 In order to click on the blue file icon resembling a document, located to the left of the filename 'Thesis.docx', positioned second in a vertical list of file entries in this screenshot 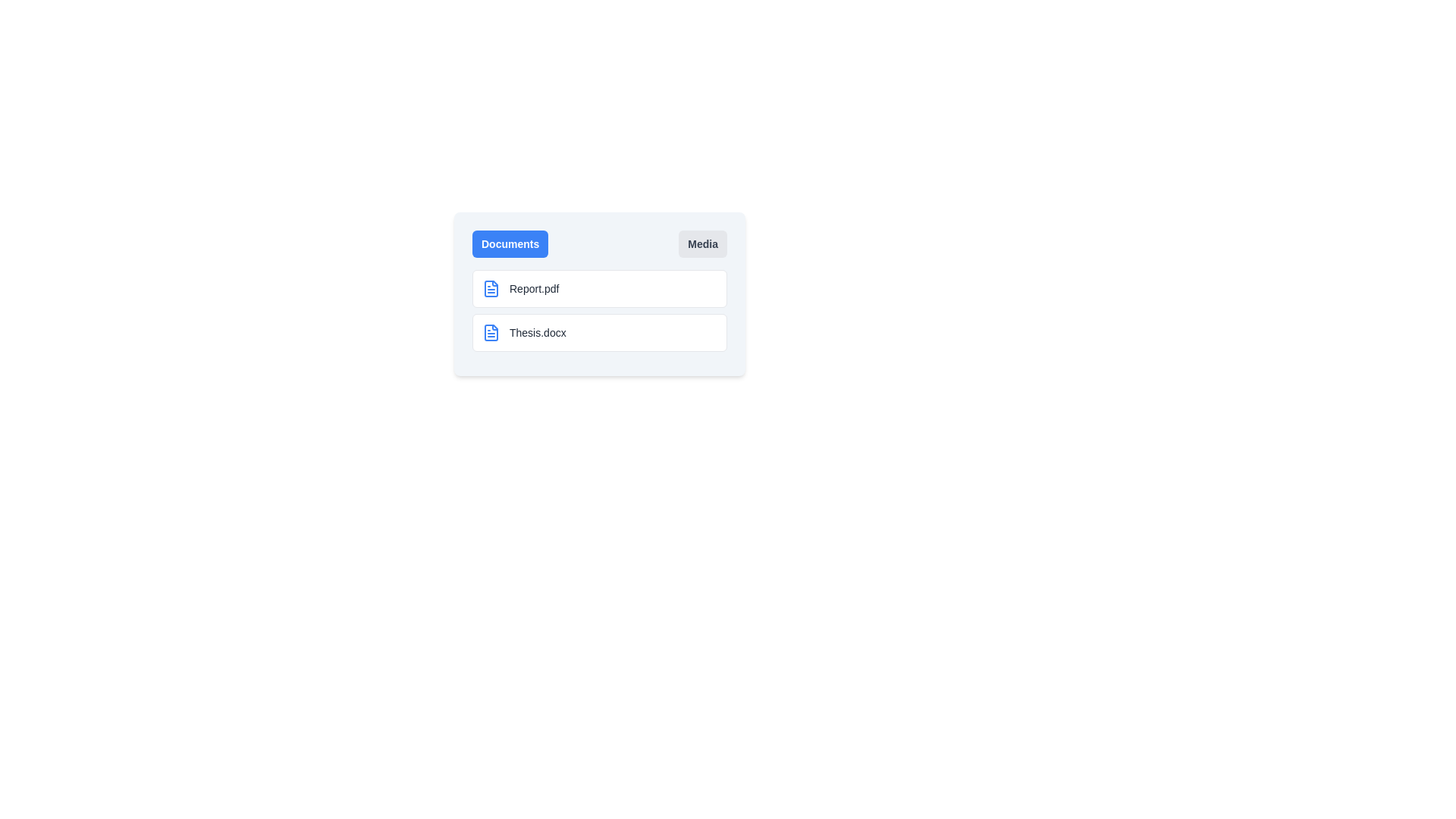, I will do `click(491, 332)`.